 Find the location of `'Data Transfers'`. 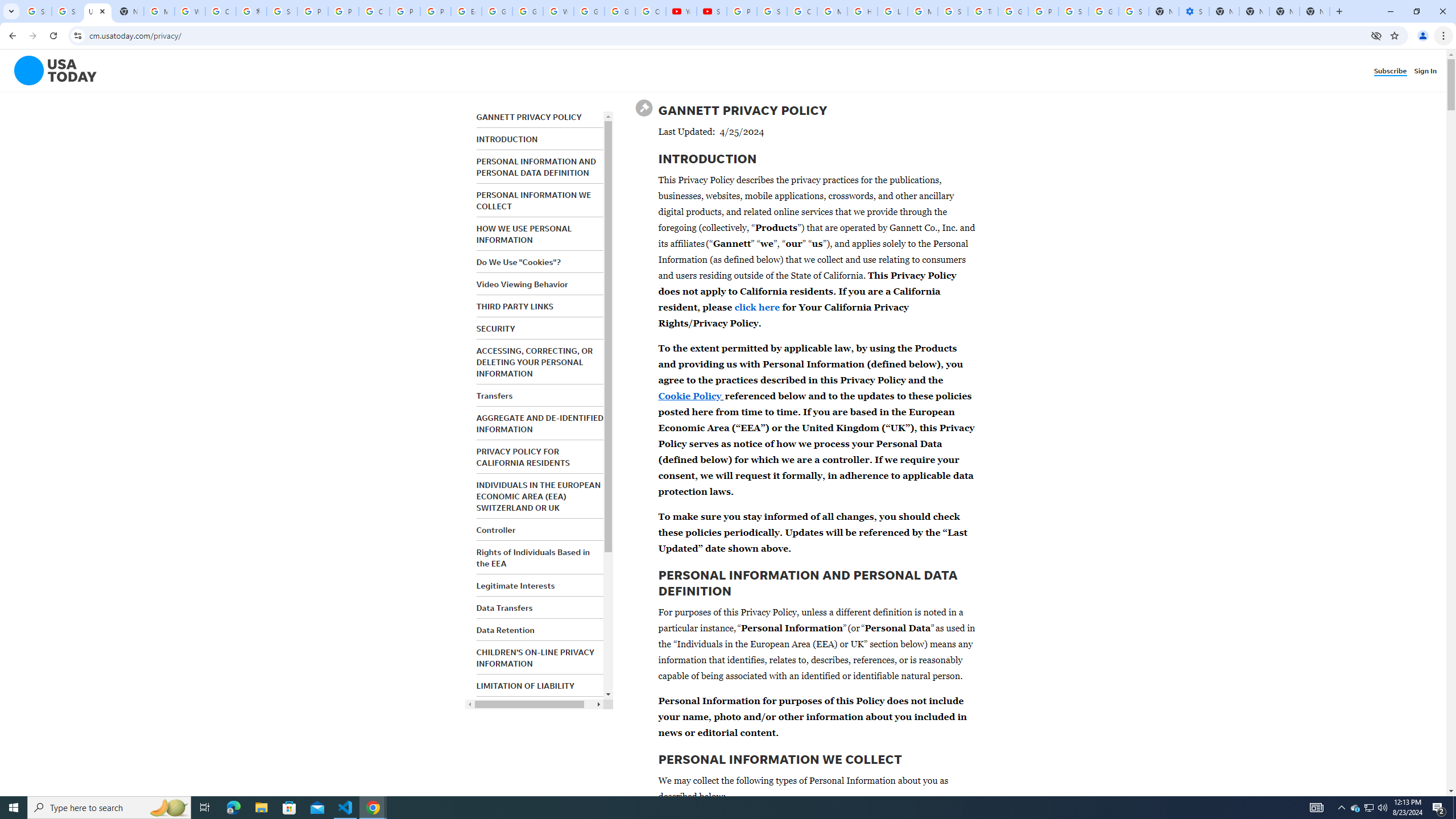

'Data Transfers' is located at coordinates (504, 607).